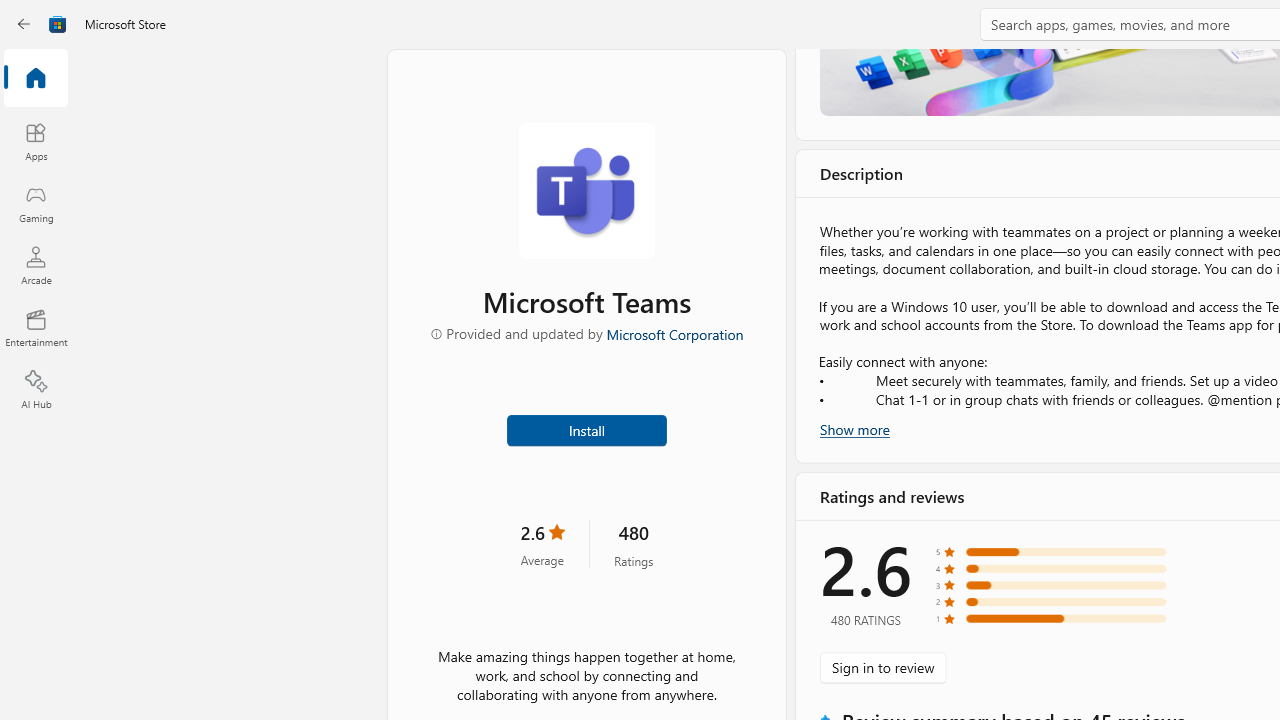 Image resolution: width=1280 pixels, height=720 pixels. Describe the element at coordinates (35, 264) in the screenshot. I see `'Arcade'` at that location.